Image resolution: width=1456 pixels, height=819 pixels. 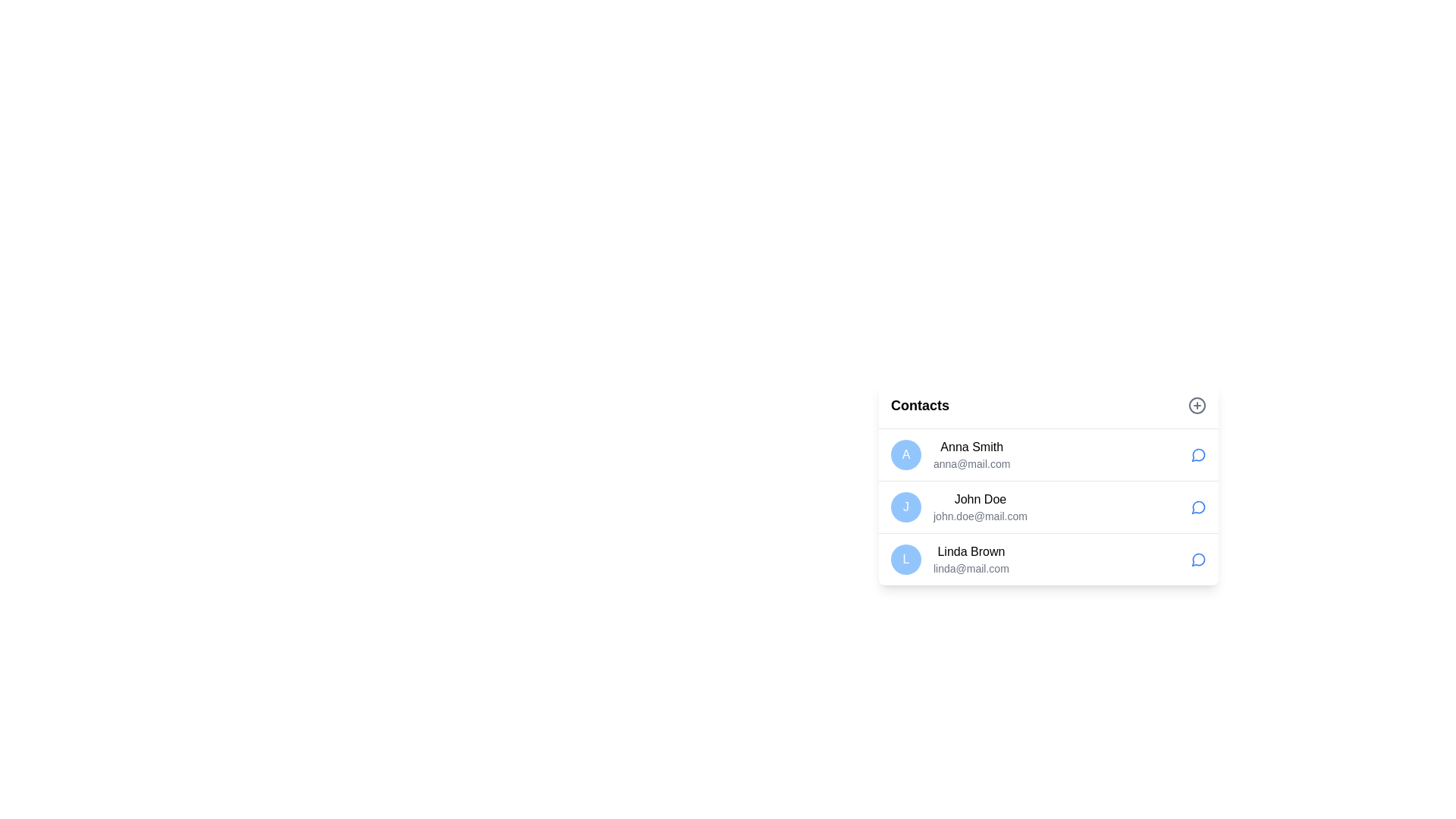 I want to click on text label representing the email address of the contact 'Linda Brown', which is located below the name in the contact list, so click(x=971, y=568).